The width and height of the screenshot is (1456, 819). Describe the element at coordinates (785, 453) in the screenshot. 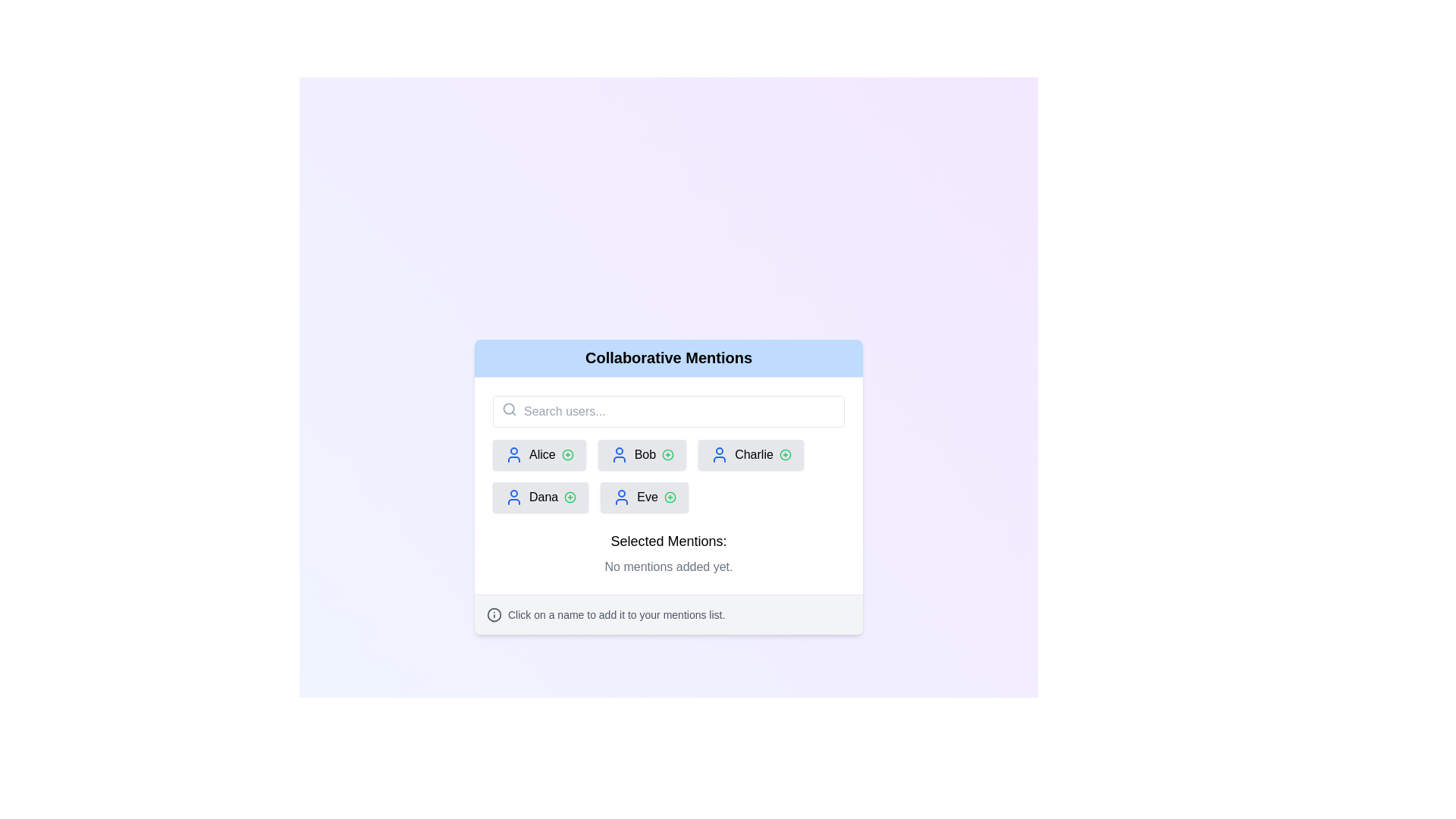

I see `the button located to the right of the profile icon labeled 'Charlie' in the horizontal selection panel` at that location.